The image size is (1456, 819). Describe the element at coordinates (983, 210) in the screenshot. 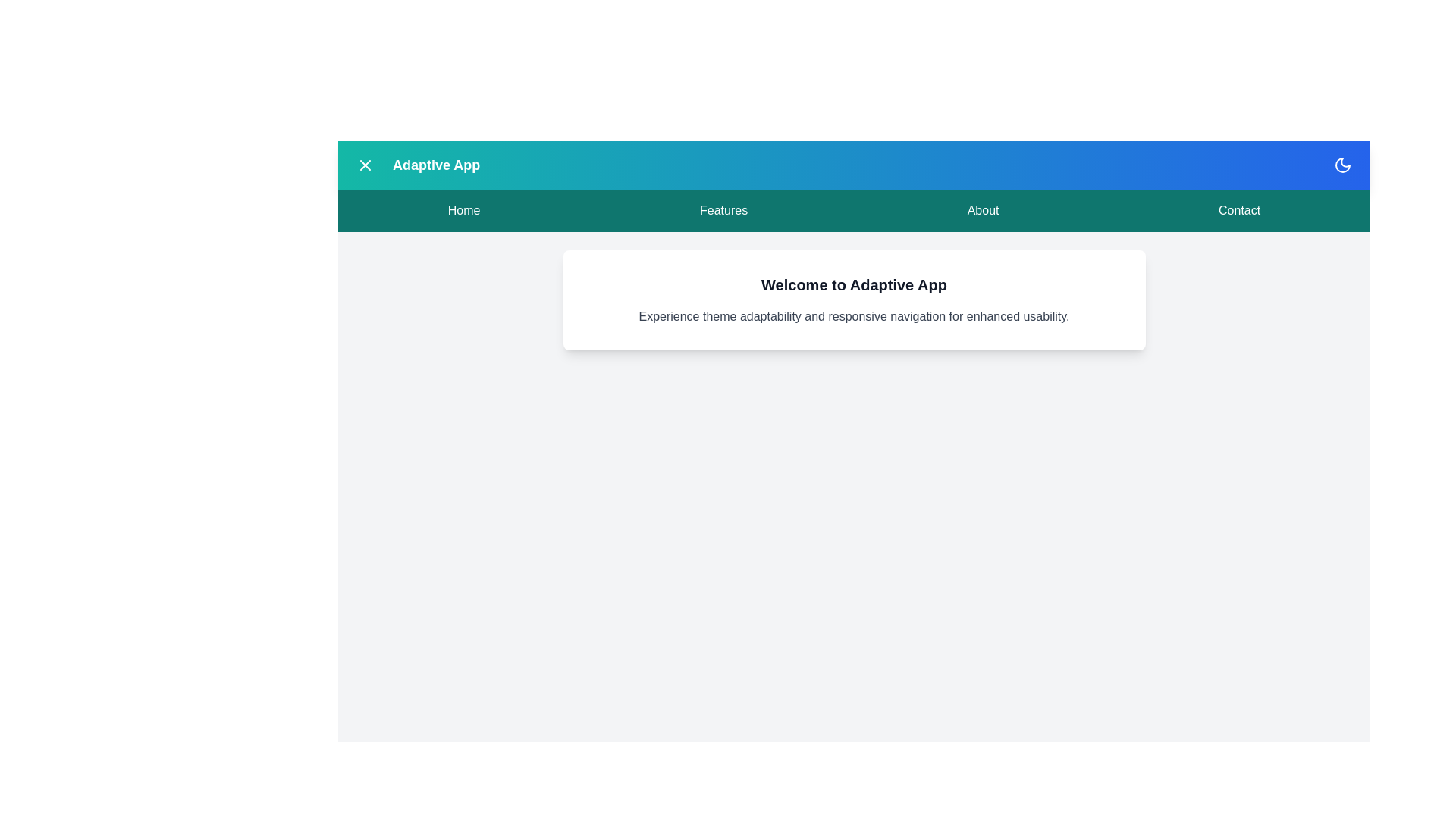

I see `the menu item corresponding to About to navigate to the respective section` at that location.